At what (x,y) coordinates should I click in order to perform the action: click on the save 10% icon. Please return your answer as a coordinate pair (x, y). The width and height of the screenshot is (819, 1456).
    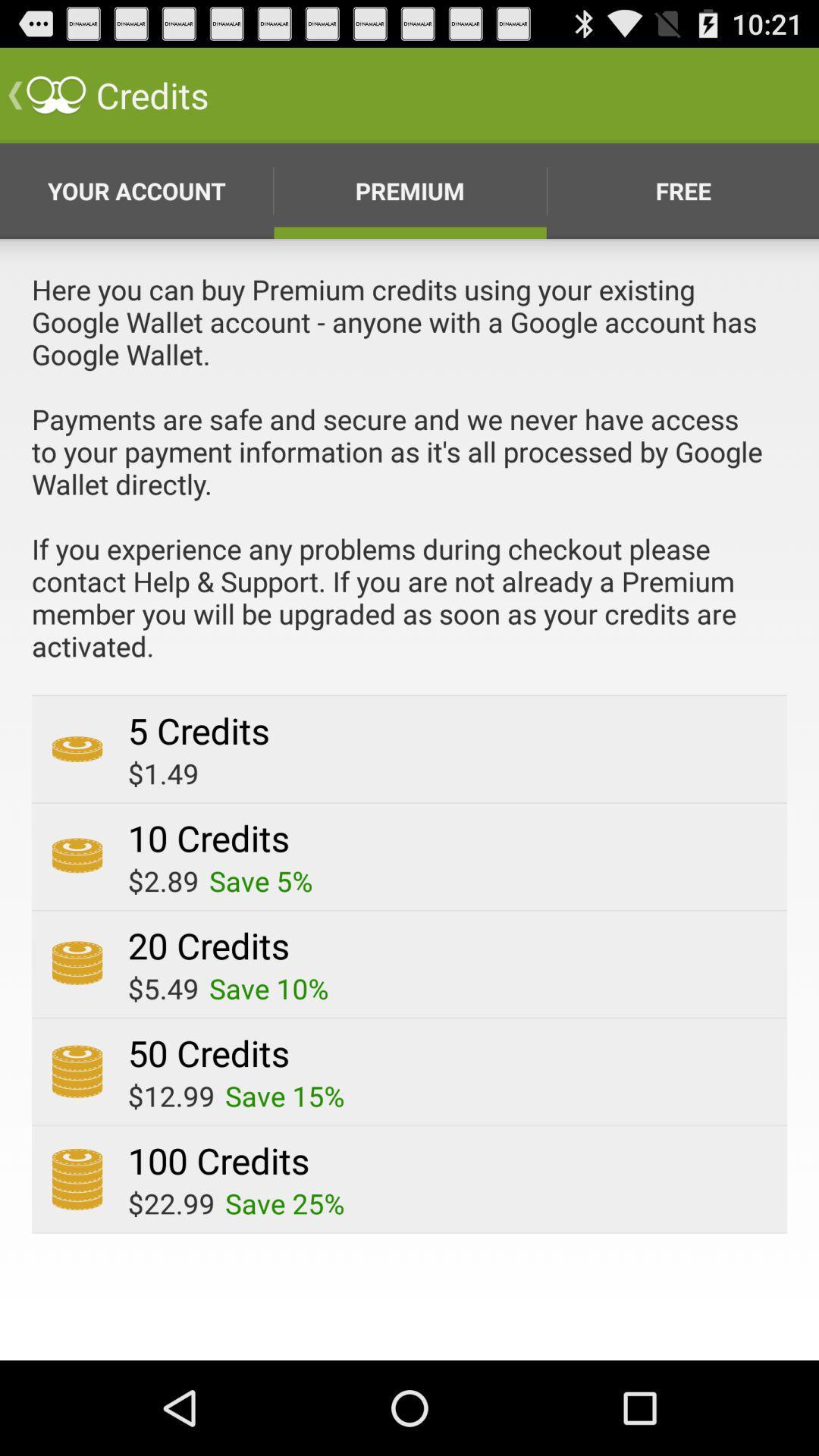
    Looking at the image, I should click on (268, 988).